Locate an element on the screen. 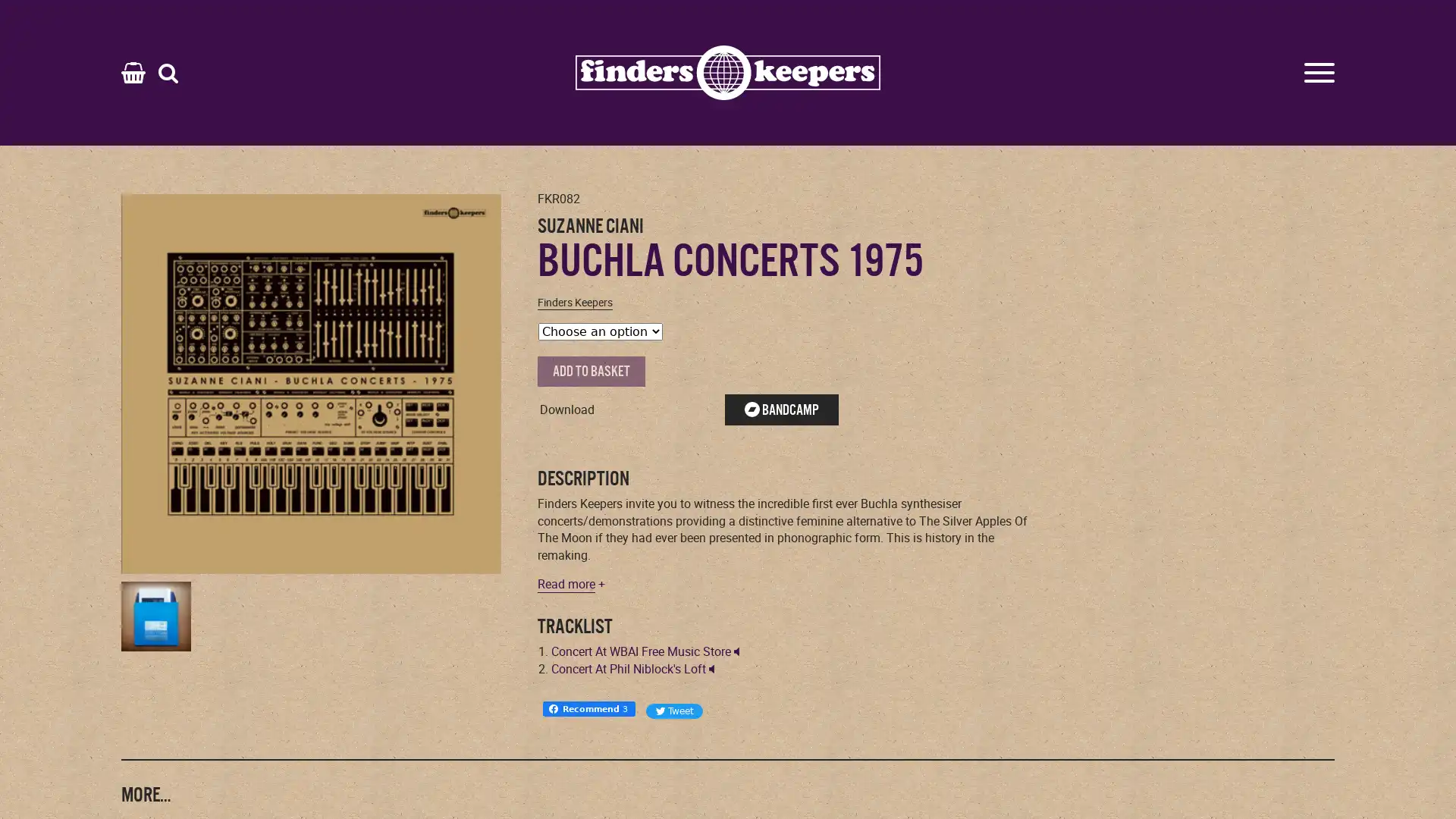 The image size is (1456, 819). ADD TO BASKET is located at coordinates (590, 371).